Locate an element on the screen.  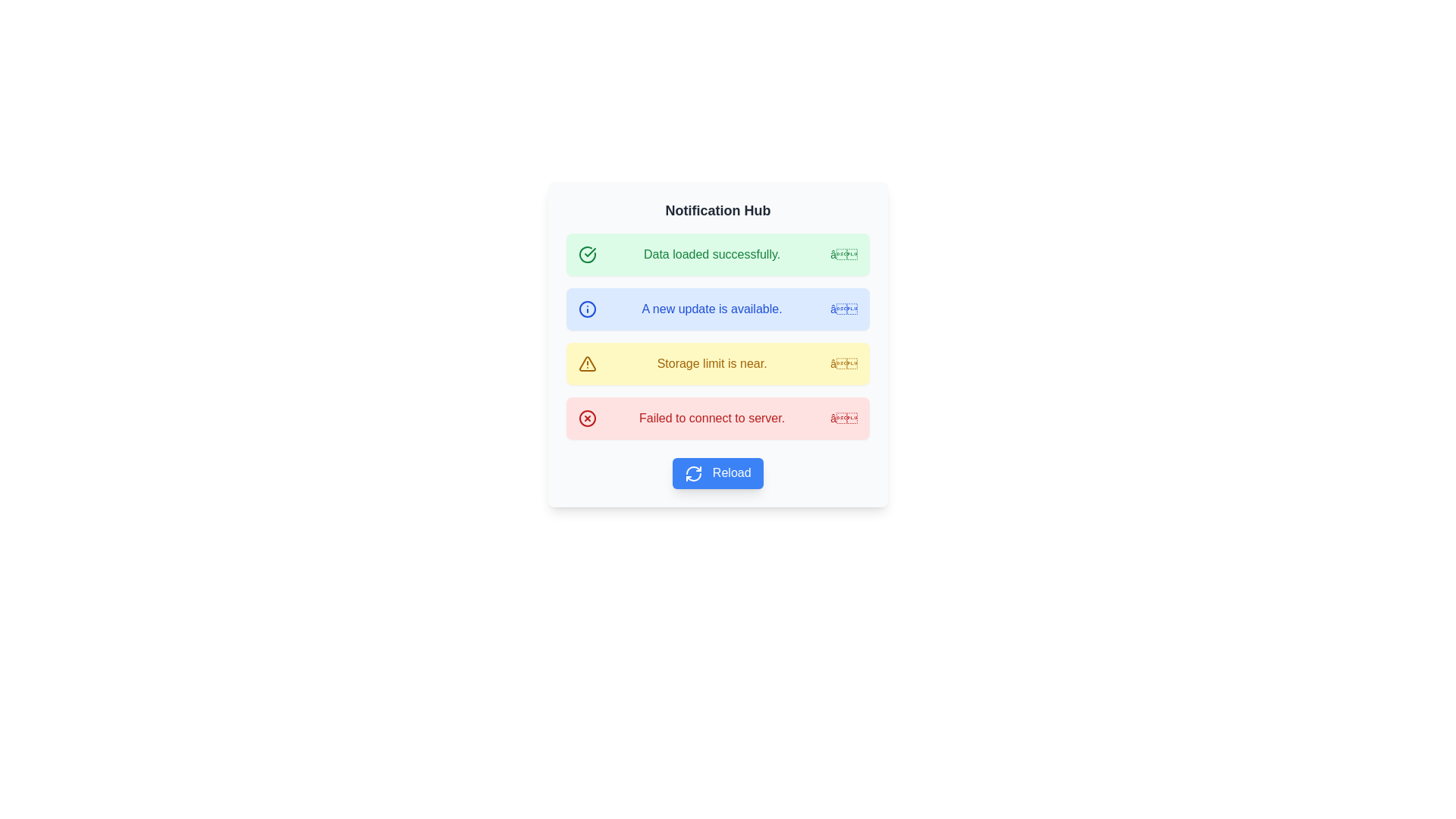
the blue 'Reload' button located below the message area, which features a circular reload icon and a white 'Reload' text label, to trigger hover effects is located at coordinates (717, 472).